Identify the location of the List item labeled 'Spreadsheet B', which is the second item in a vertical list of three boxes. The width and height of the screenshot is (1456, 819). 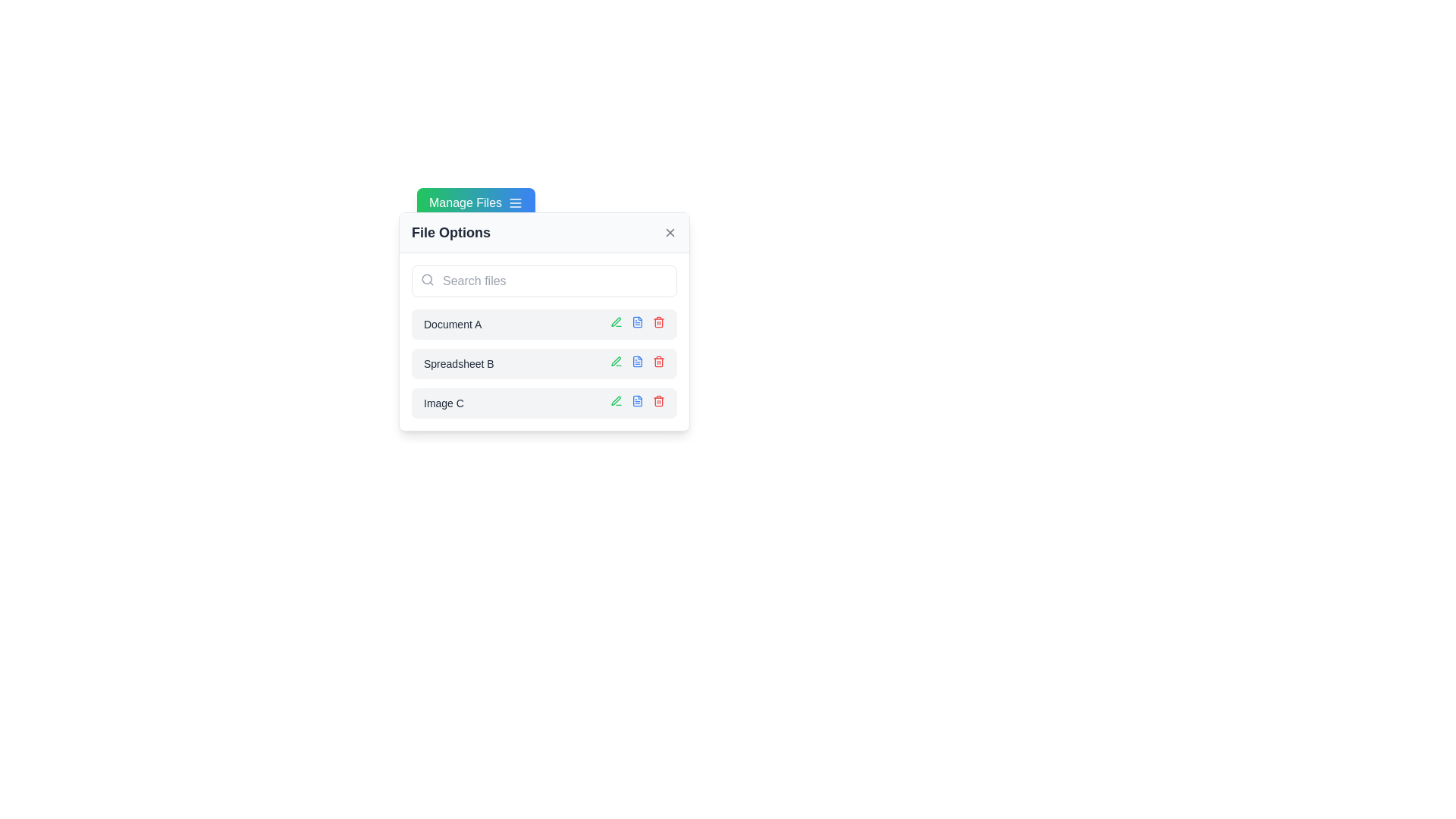
(544, 363).